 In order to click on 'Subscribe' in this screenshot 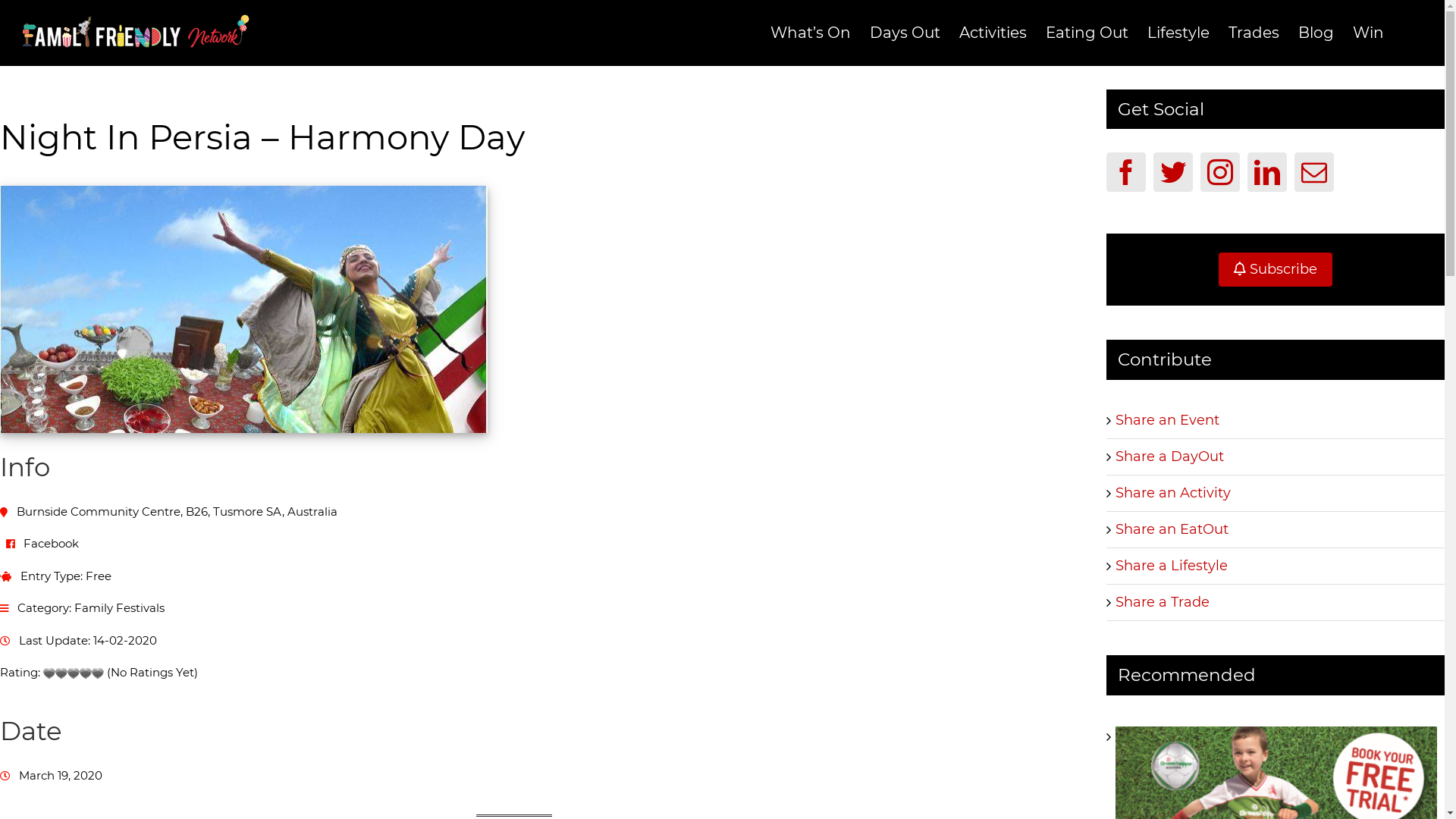, I will do `click(1219, 268)`.